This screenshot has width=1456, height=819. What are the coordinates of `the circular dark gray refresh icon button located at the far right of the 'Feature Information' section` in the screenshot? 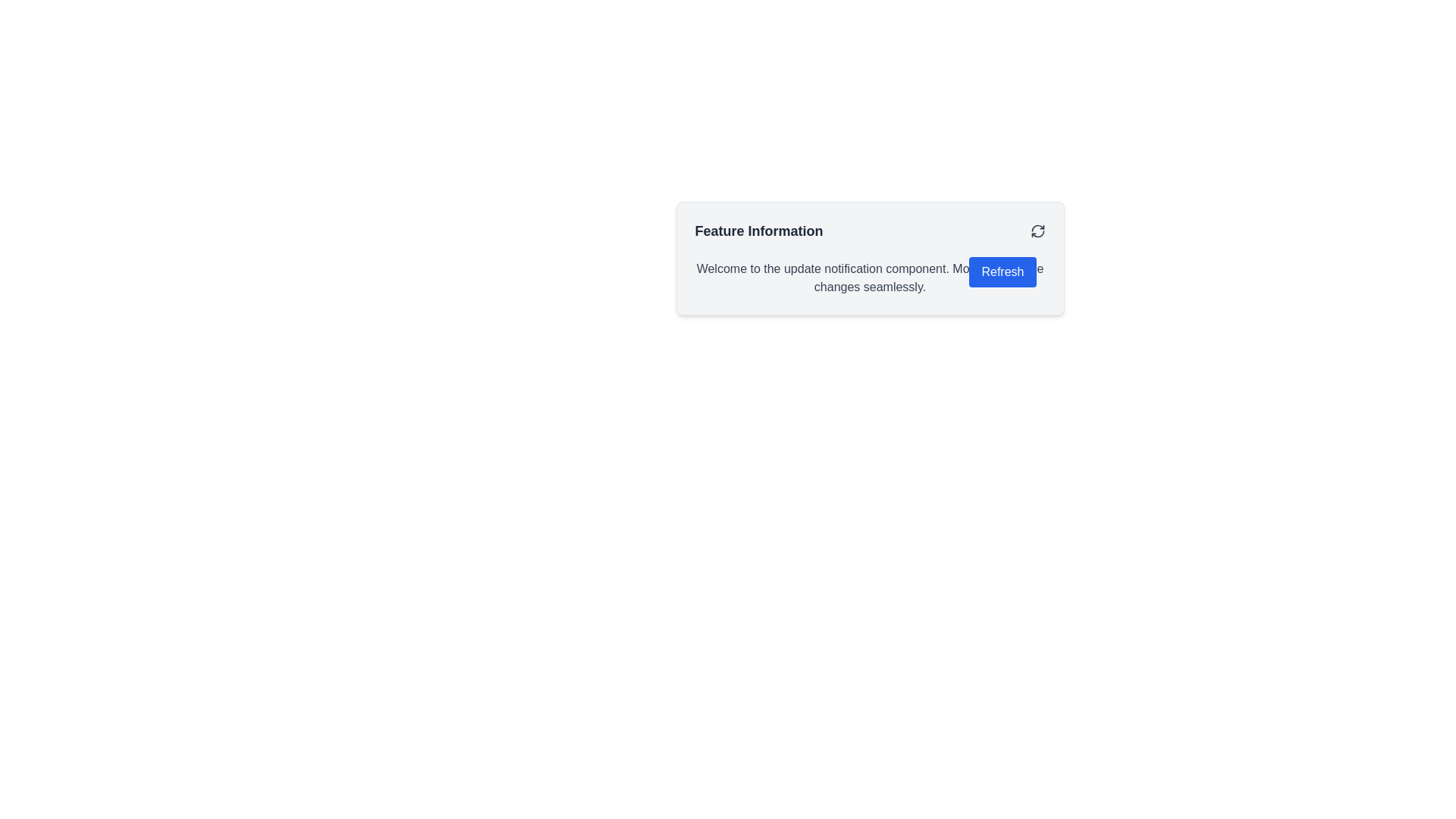 It's located at (1037, 231).